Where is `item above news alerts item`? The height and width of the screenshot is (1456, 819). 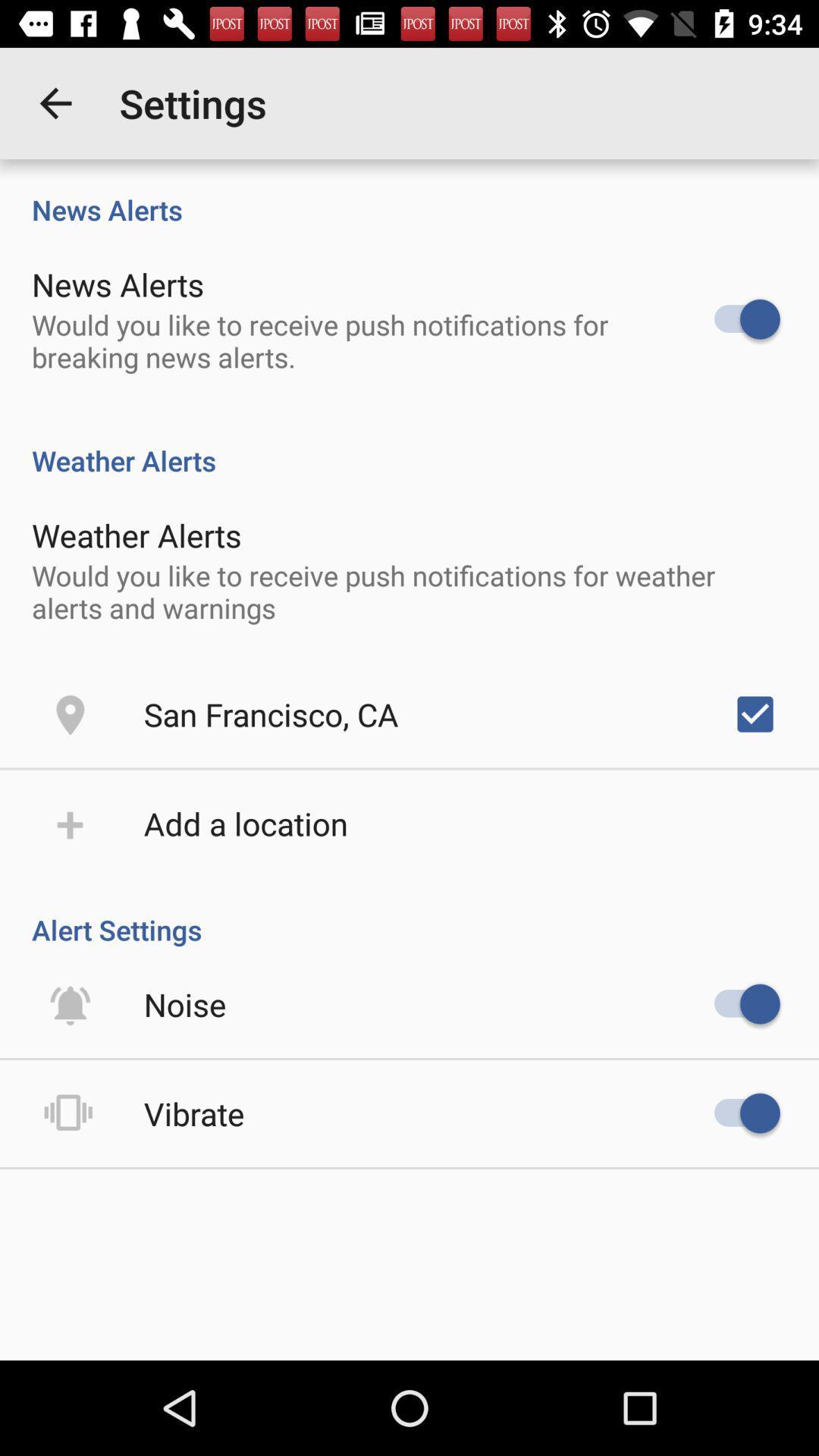 item above news alerts item is located at coordinates (55, 102).